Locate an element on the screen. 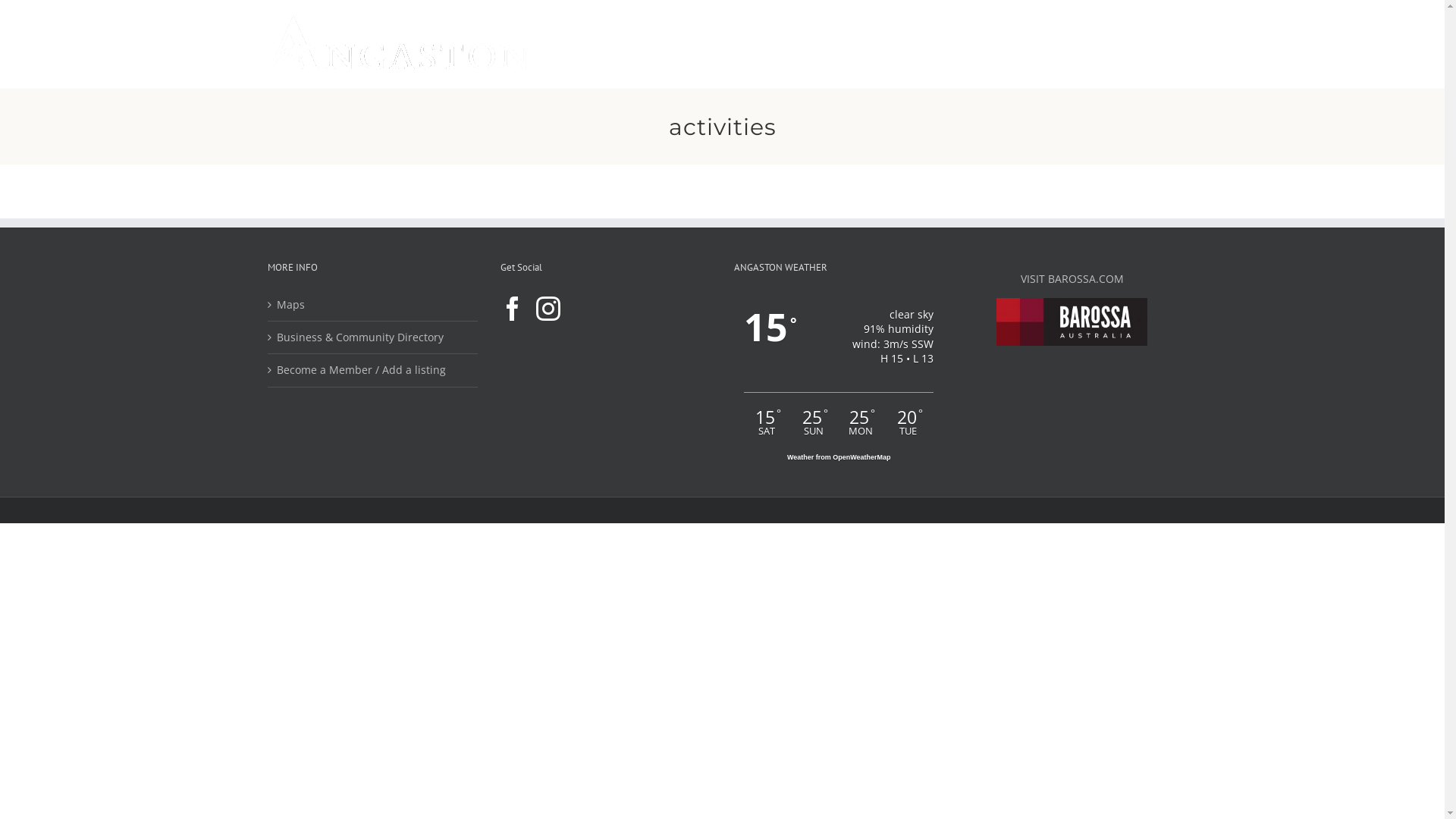 The image size is (1456, 819). 'EAT' is located at coordinates (854, 43).